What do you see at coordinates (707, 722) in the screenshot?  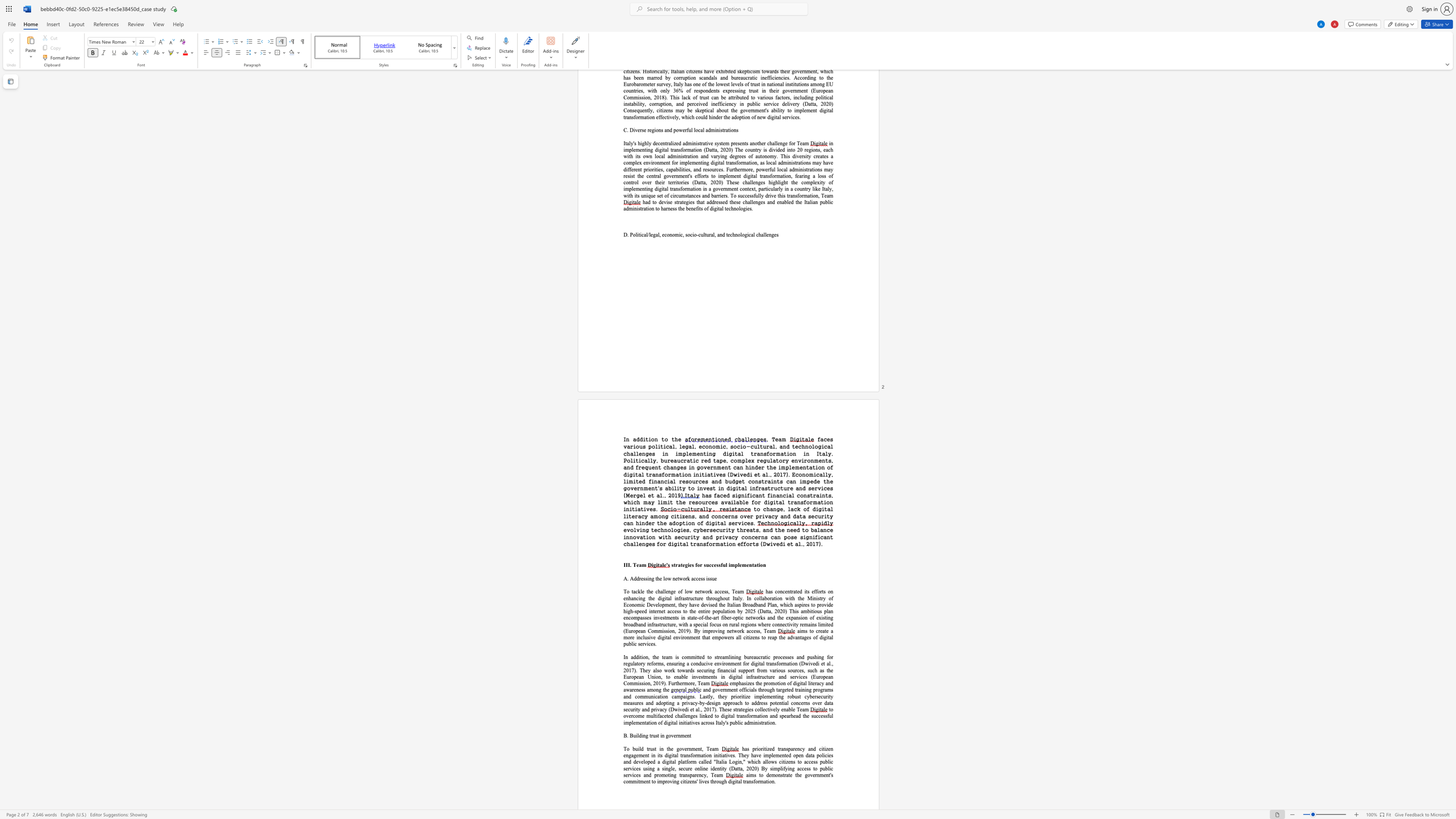 I see `the subset text "oss Italy" within the text "to overcome multifaceted challenges linked to digital transformation and spearhead the successful implementation of digital initiatives across Italy"` at bounding box center [707, 722].